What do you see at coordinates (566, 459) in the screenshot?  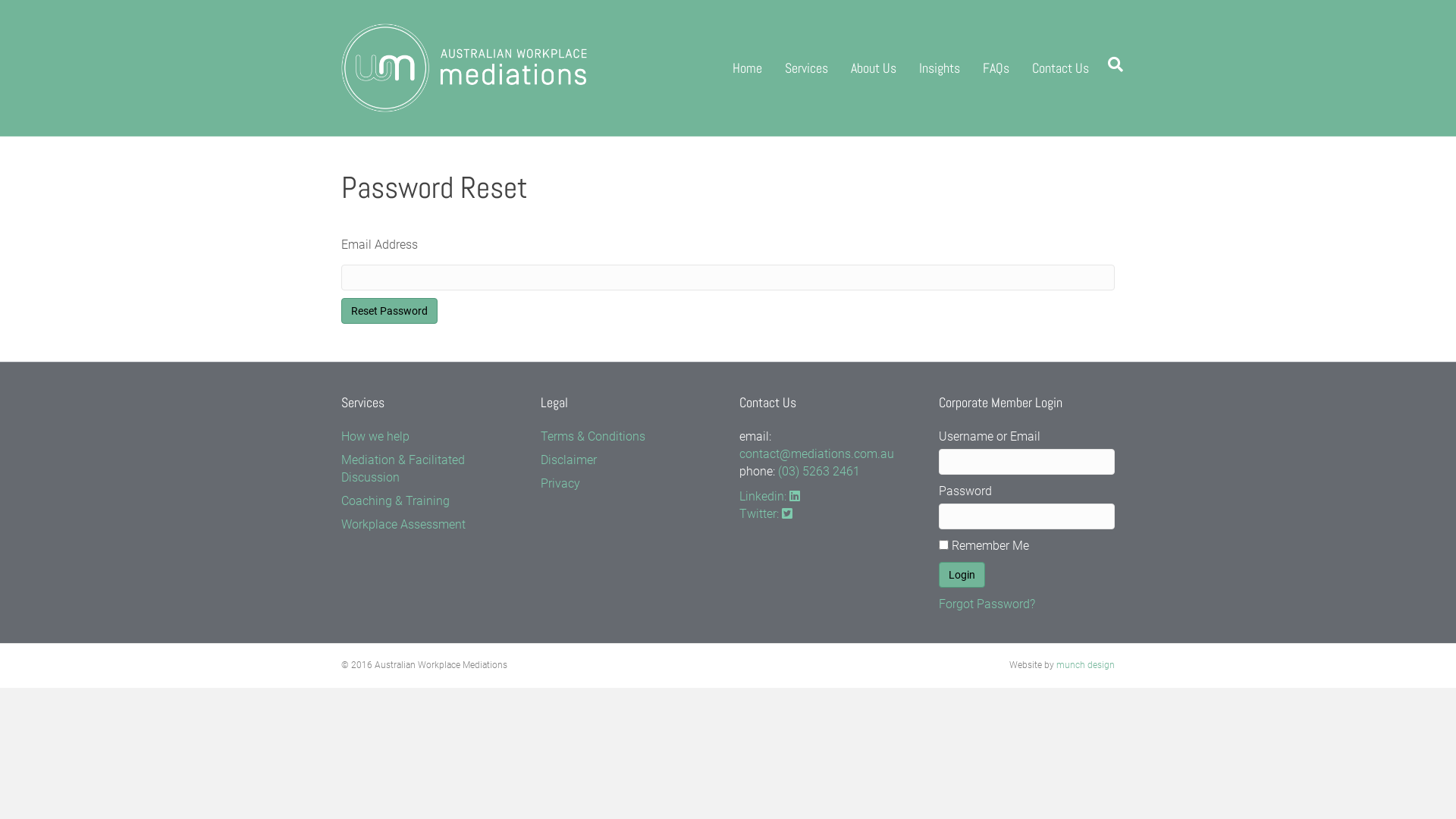 I see `'Disclaimer'` at bounding box center [566, 459].